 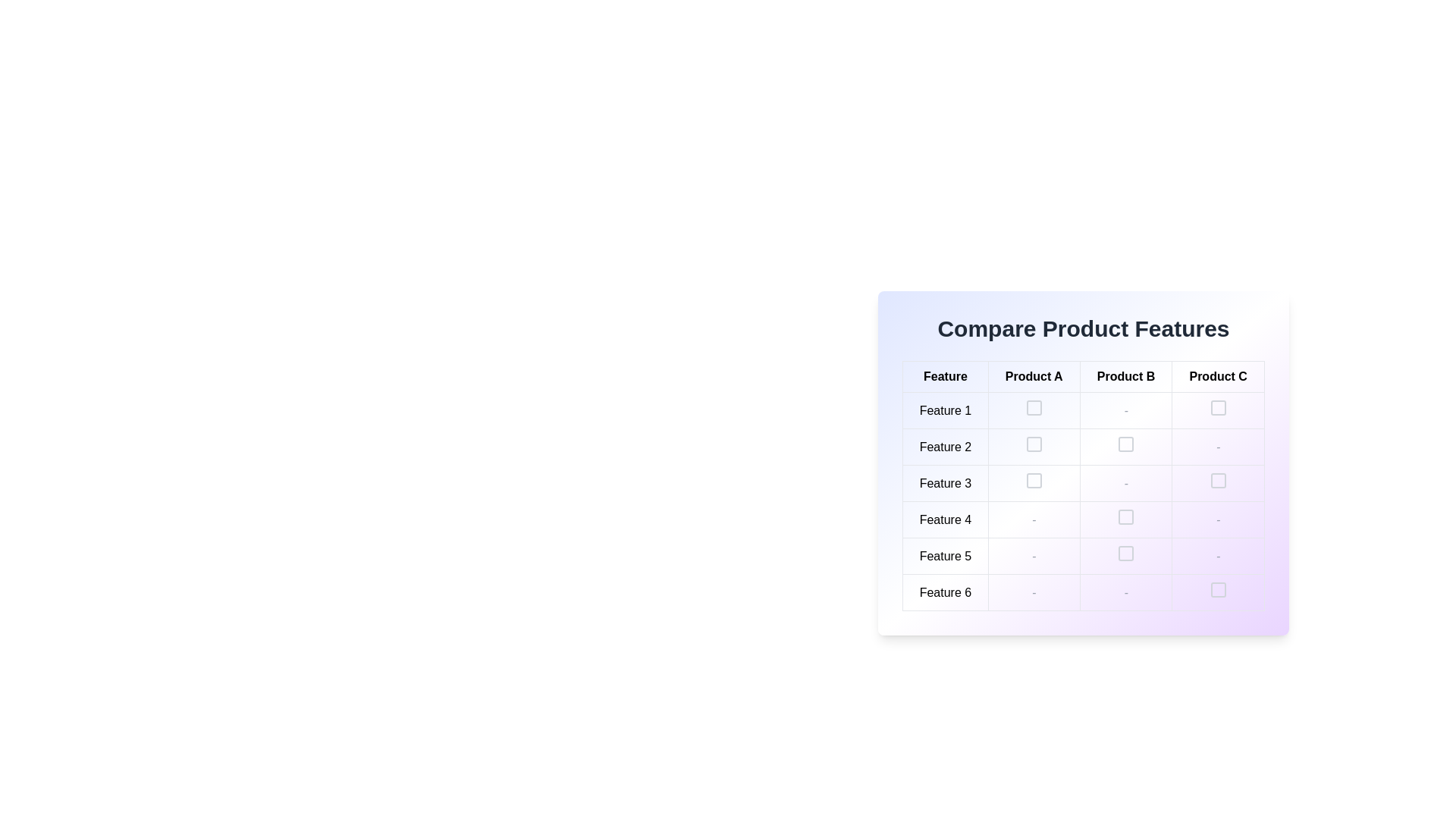 I want to click on the checkbox located in the first row and second column of the 'Compare Product Features' grid under 'Product A' and 'Feature 1', so click(x=1033, y=406).